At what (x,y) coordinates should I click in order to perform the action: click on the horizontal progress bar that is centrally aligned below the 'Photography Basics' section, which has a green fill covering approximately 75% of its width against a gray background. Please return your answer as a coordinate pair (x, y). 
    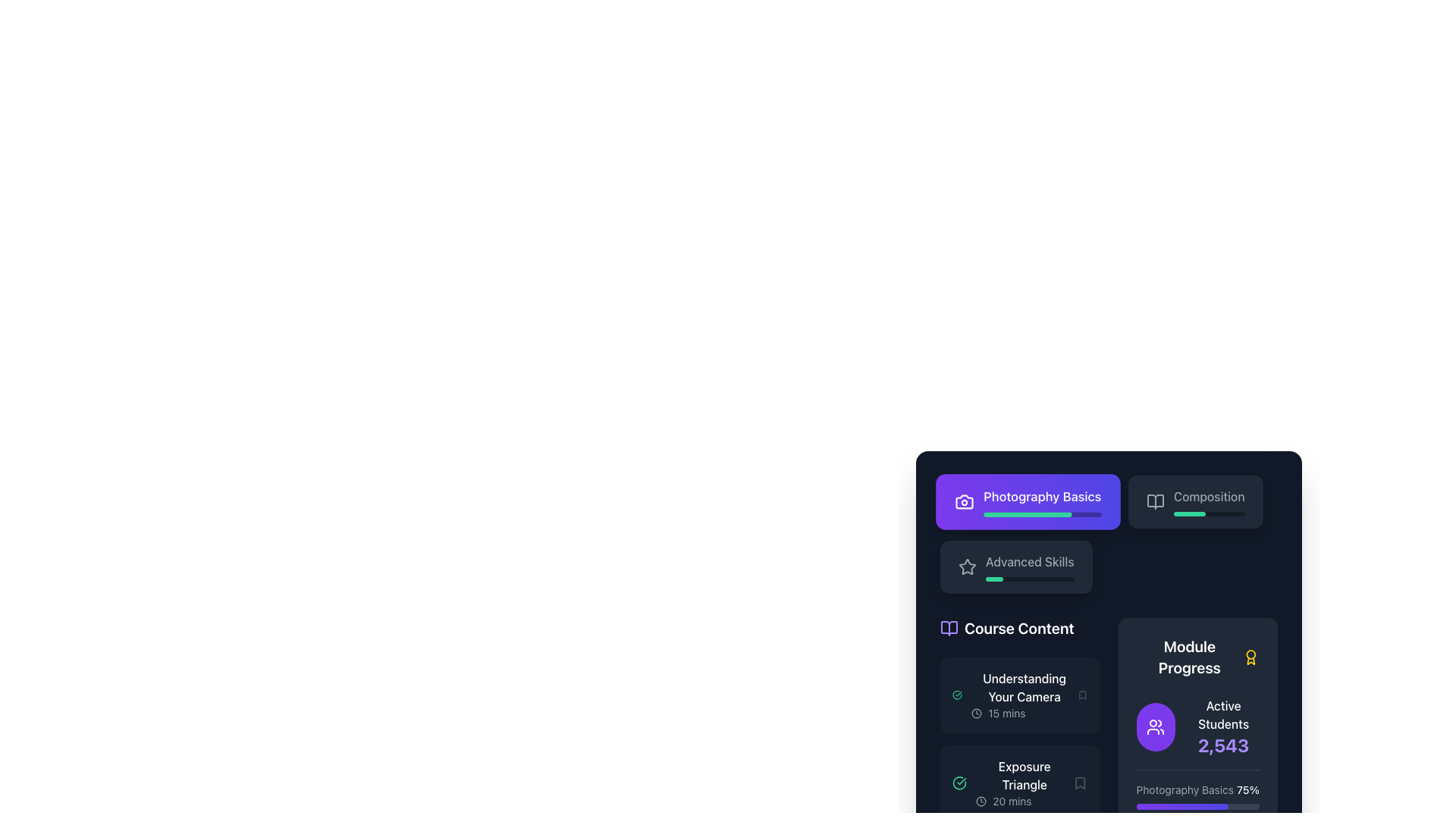
    Looking at the image, I should click on (1028, 513).